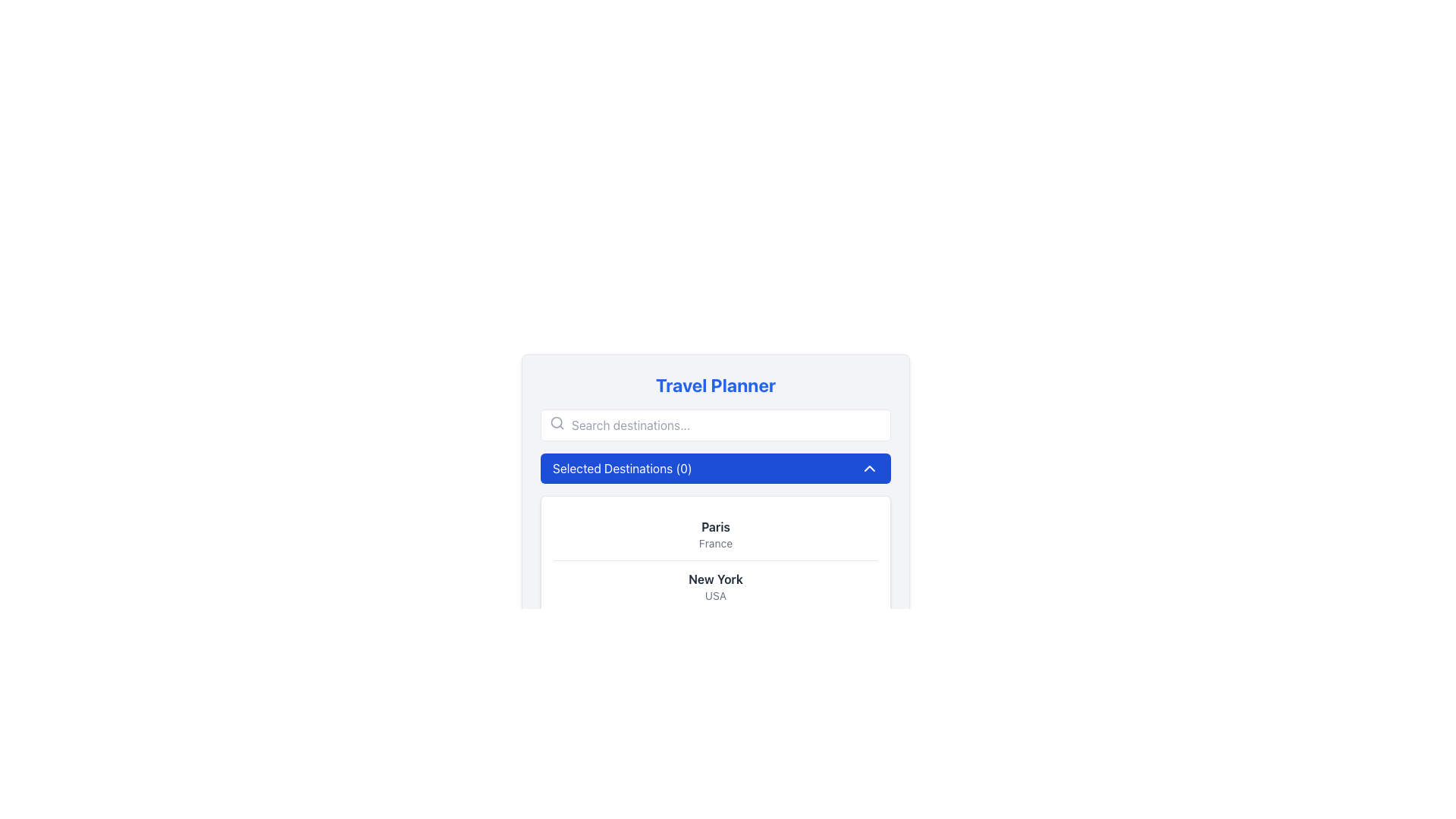 Image resolution: width=1456 pixels, height=819 pixels. What do you see at coordinates (715, 543) in the screenshot?
I see `the informational Text Label that specifies the country 'France' in the 'Selected Destinations' section, which is positioned below 'Paris'` at bounding box center [715, 543].